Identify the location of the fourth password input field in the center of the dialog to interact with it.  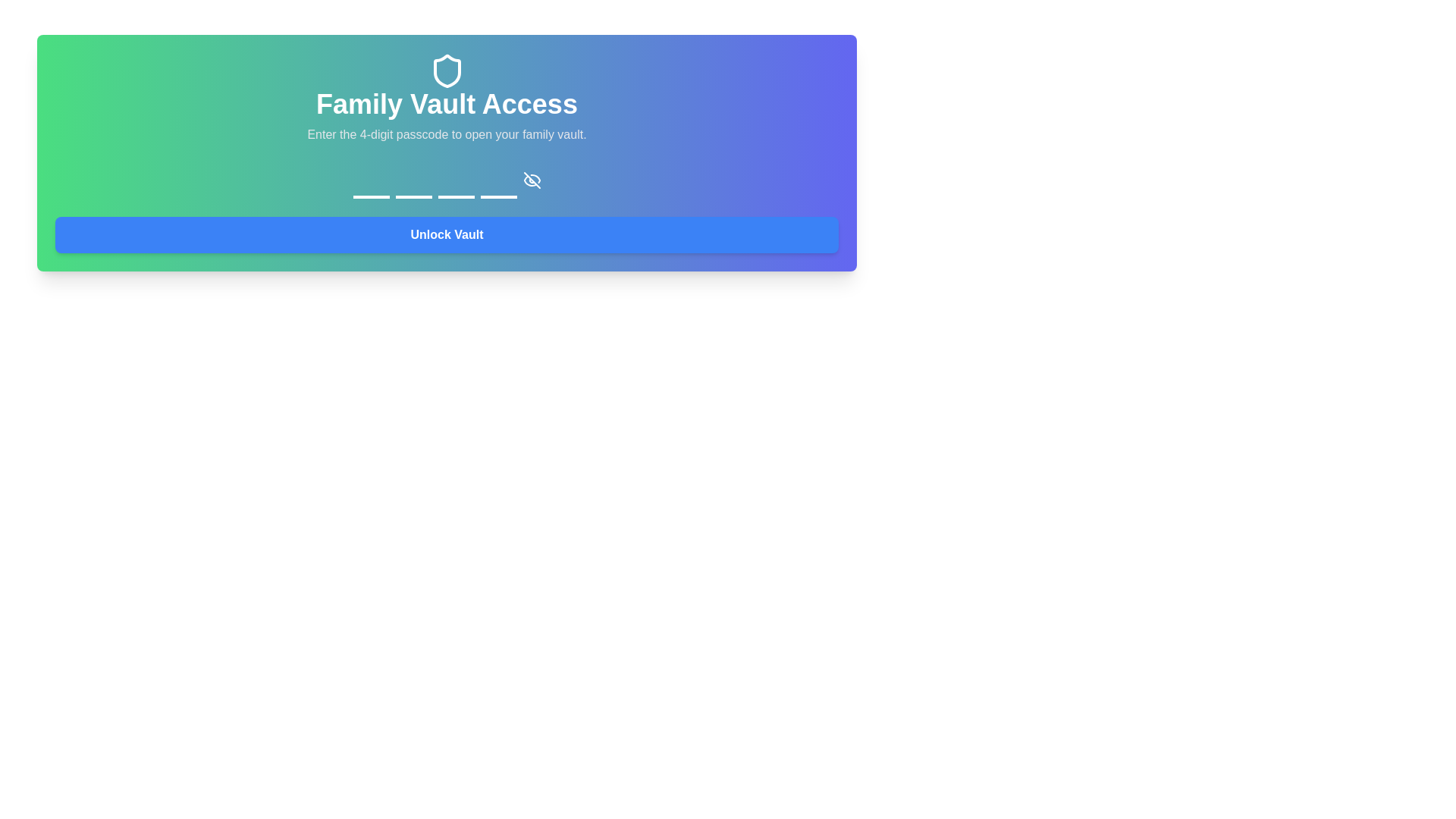
(498, 180).